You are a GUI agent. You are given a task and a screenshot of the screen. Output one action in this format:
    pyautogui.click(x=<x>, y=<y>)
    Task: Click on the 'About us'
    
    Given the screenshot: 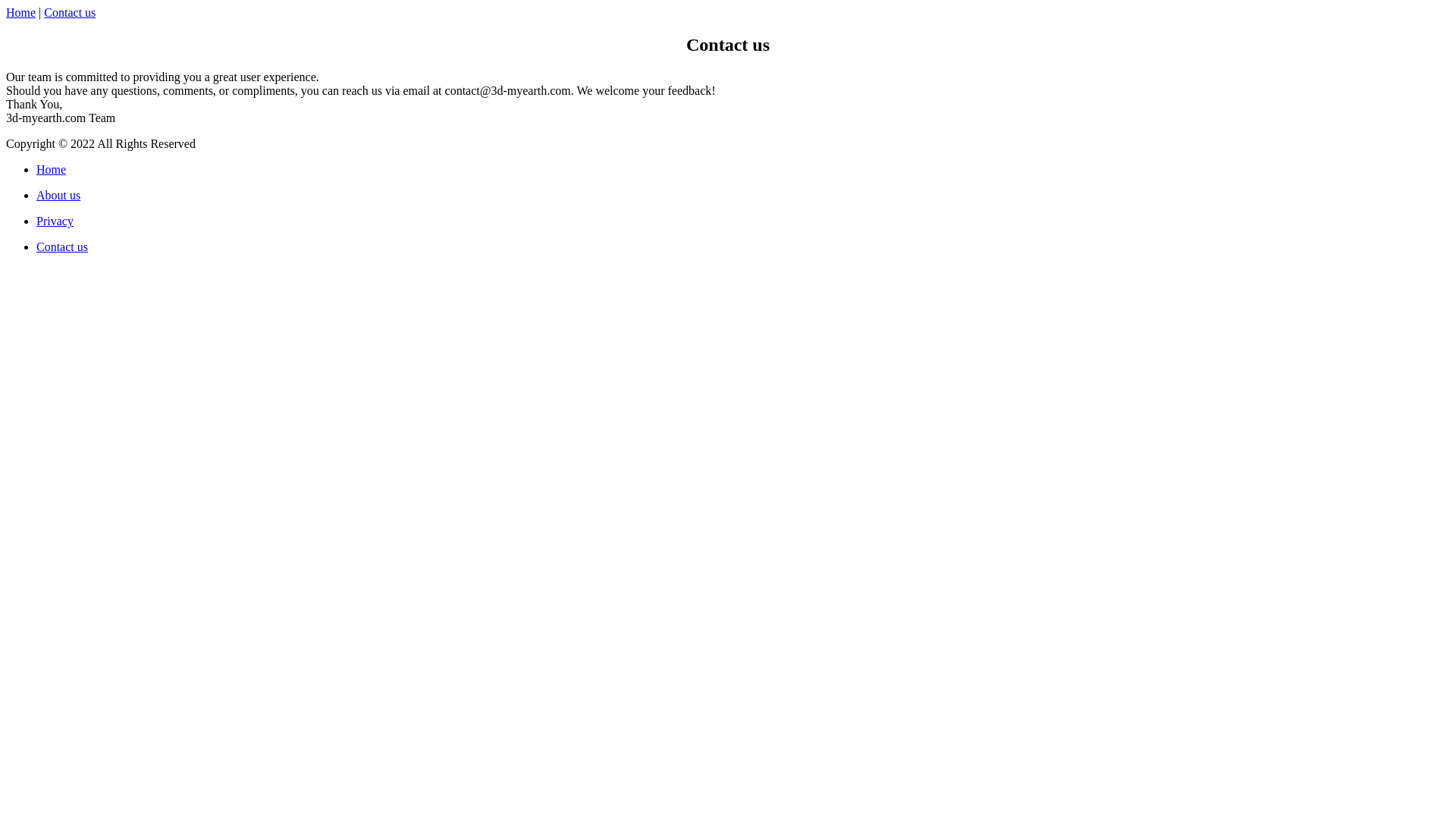 What is the action you would take?
    pyautogui.click(x=36, y=194)
    